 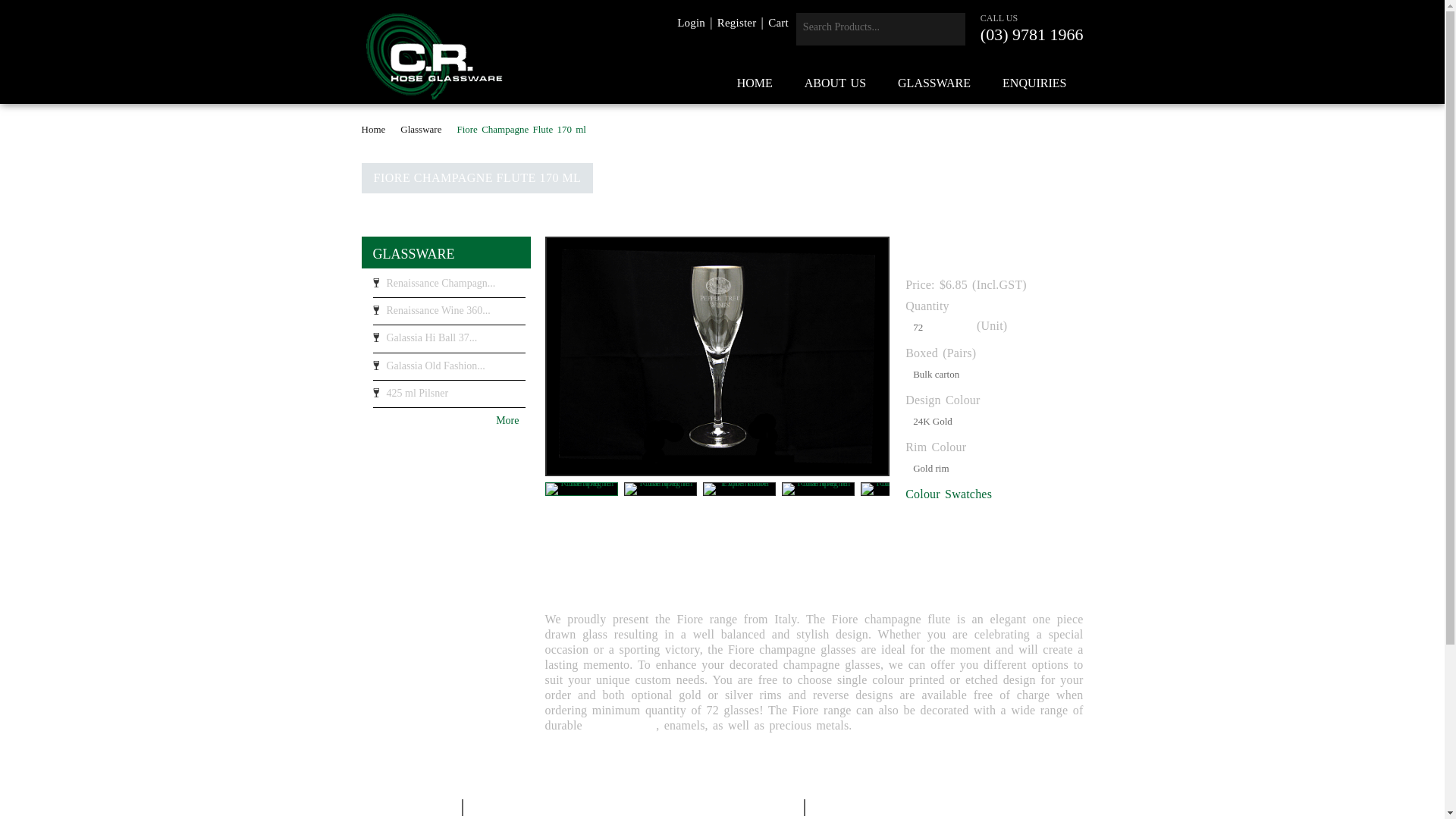 I want to click on 'CR Hose Glassware', so click(x=433, y=55).